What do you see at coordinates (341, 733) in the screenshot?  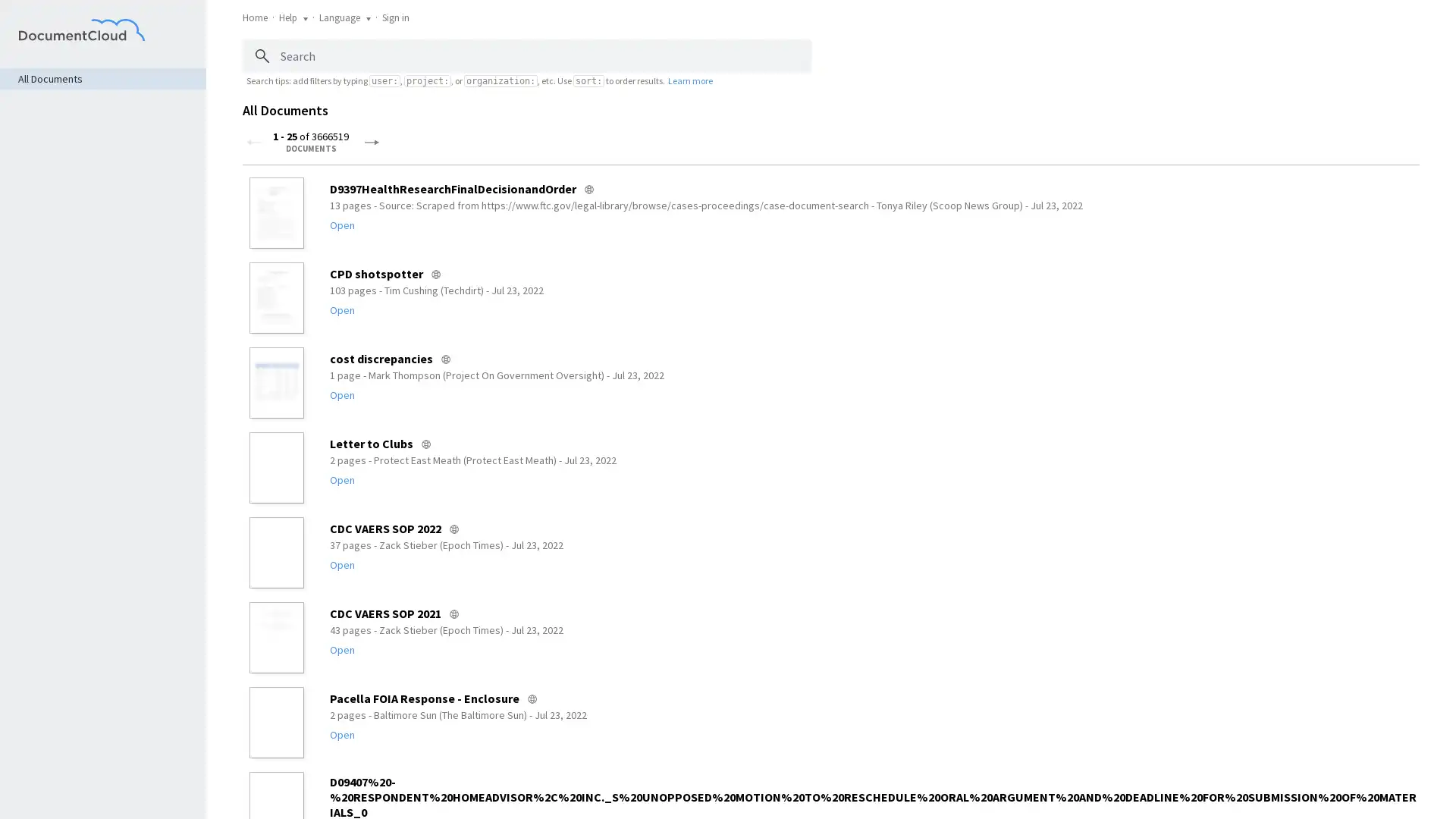 I see `Open` at bounding box center [341, 733].